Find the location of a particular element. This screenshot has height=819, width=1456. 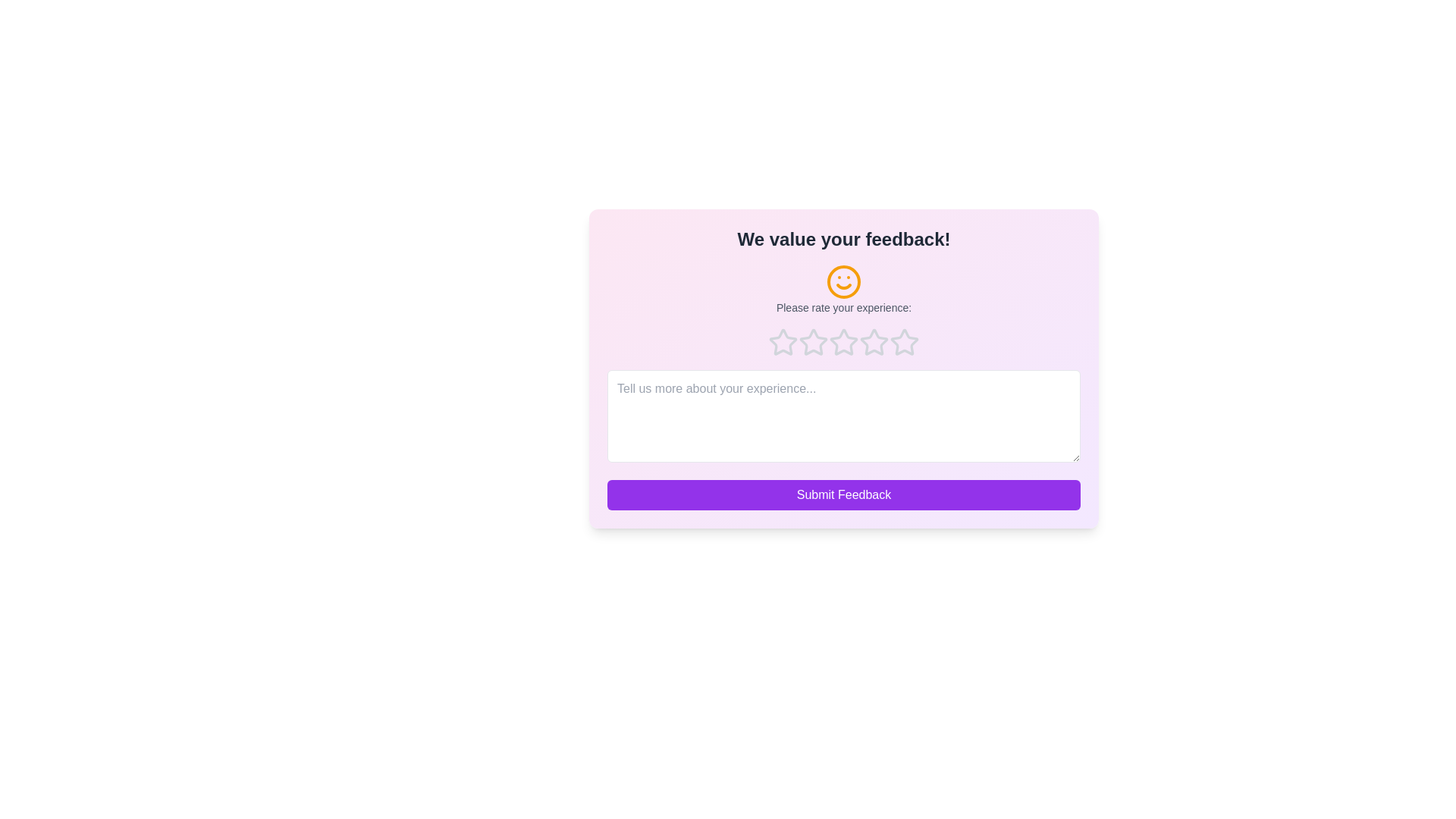

the third star in the star rating system under the label 'Please rate your experience' is located at coordinates (843, 342).